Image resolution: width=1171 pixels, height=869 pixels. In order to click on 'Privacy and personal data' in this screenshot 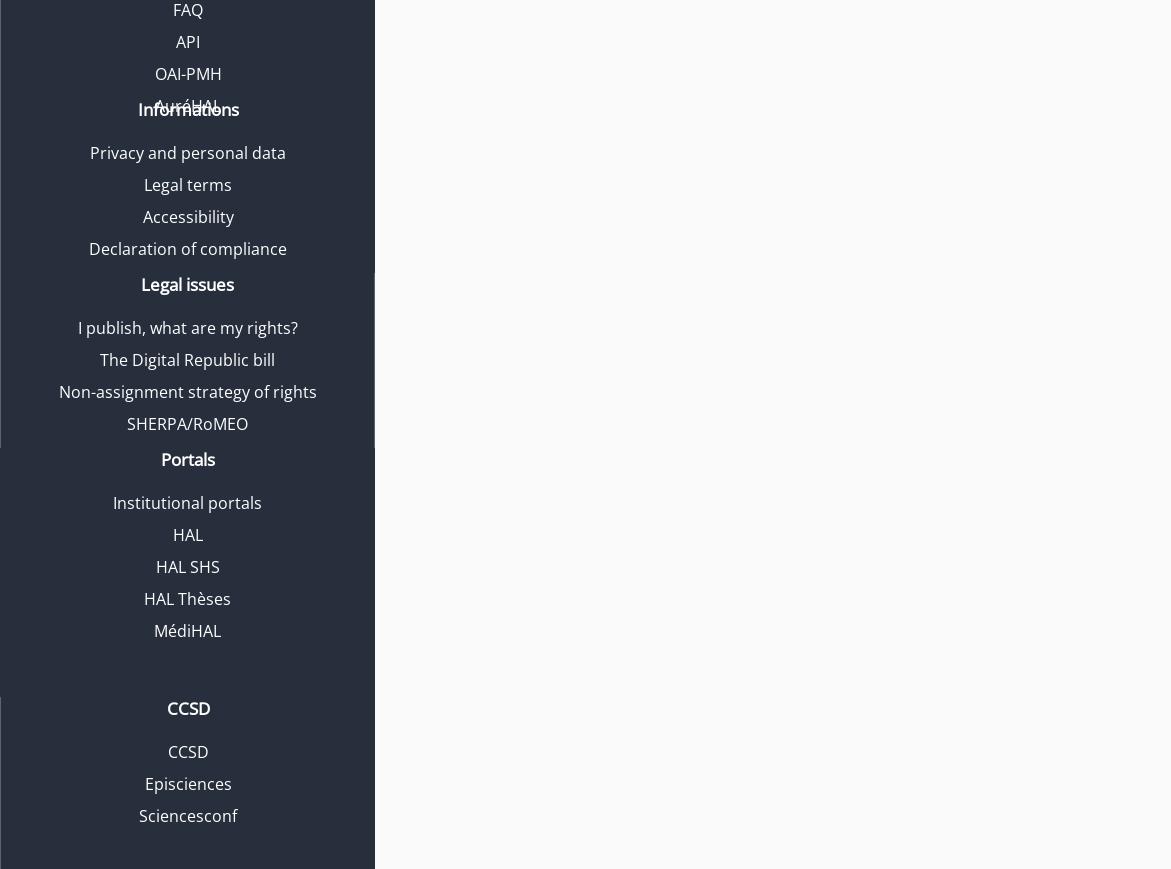, I will do `click(186, 152)`.